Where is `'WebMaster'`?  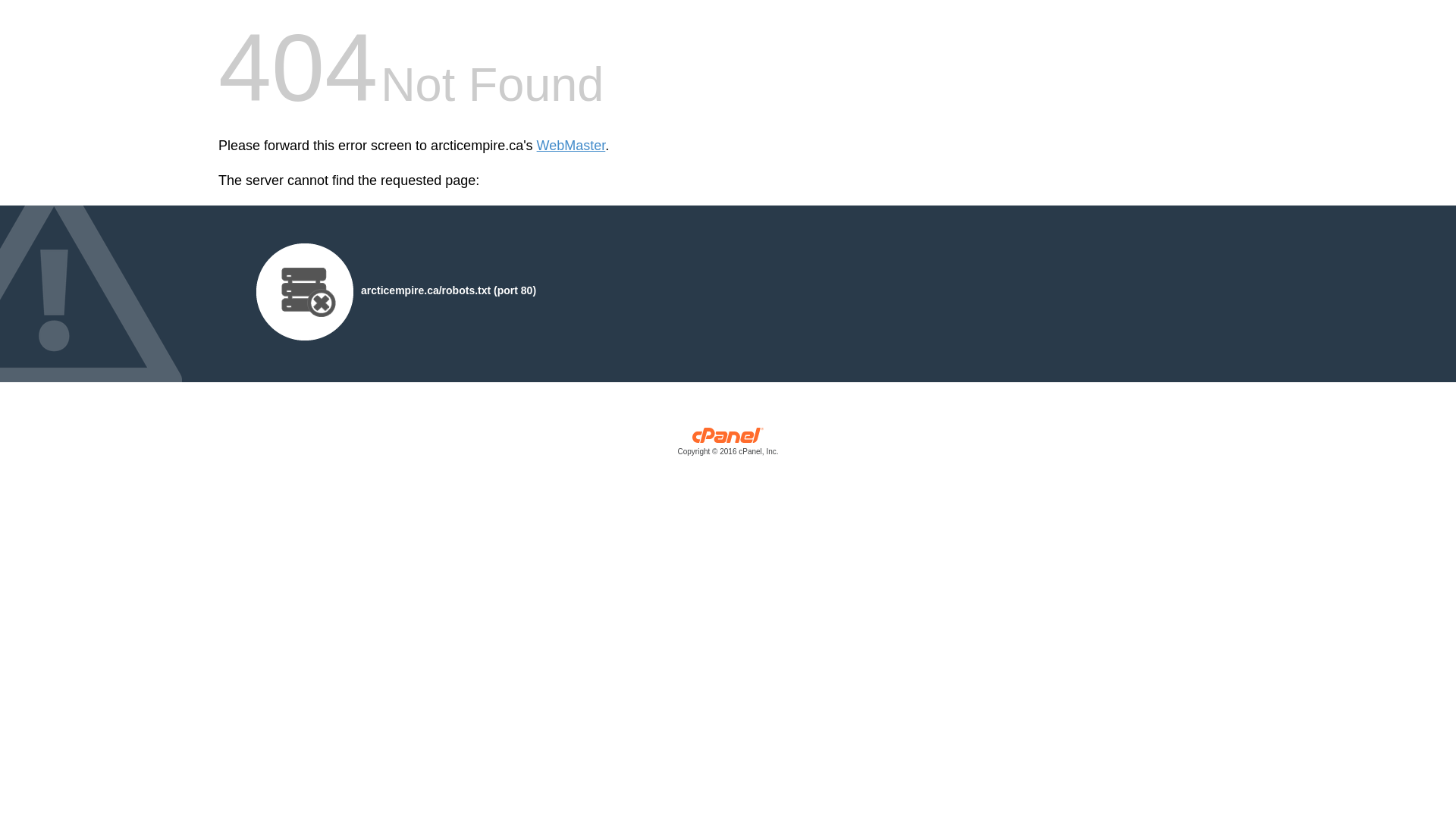
'WebMaster' is located at coordinates (570, 146).